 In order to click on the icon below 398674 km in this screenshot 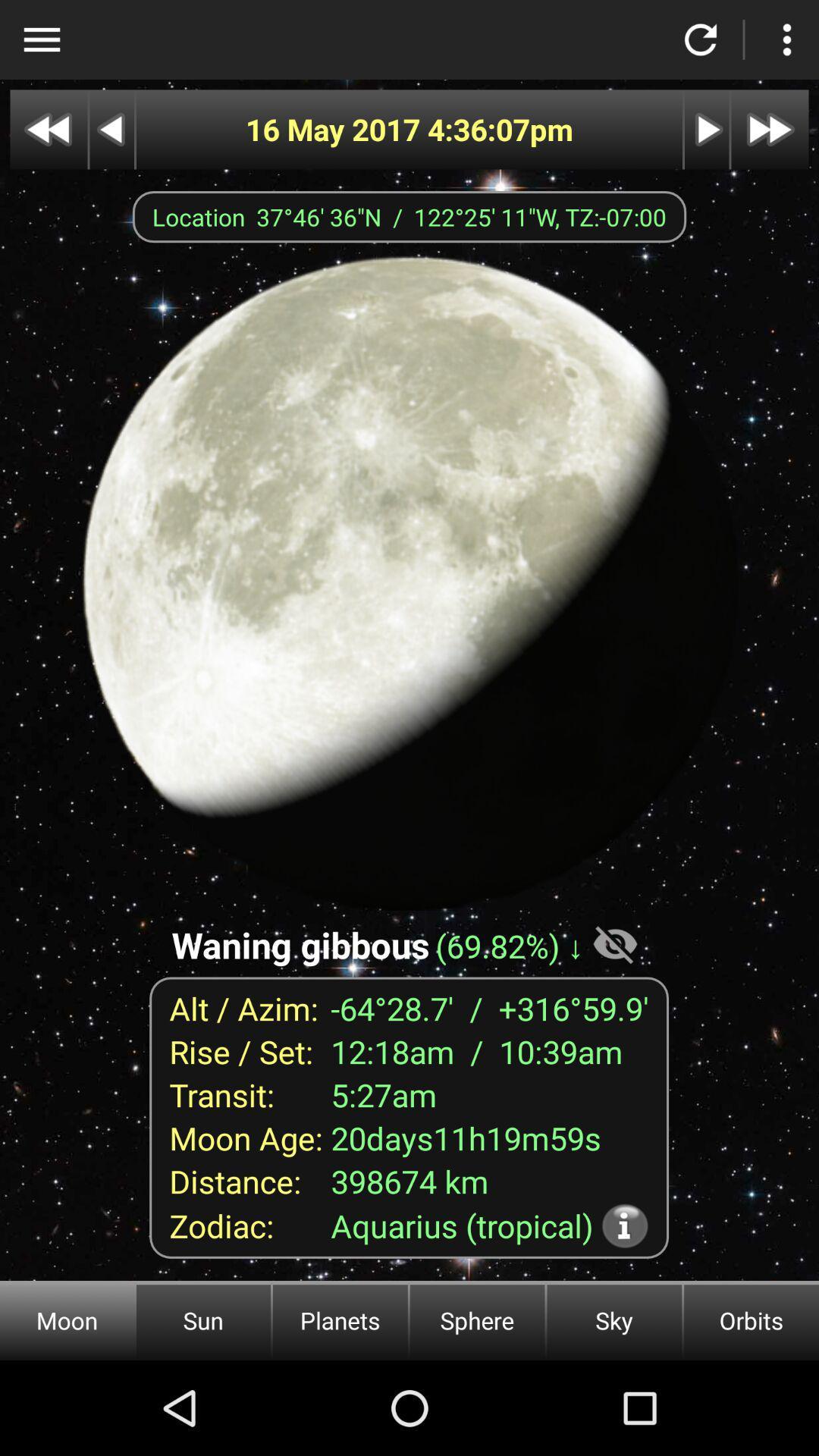, I will do `click(625, 1225)`.